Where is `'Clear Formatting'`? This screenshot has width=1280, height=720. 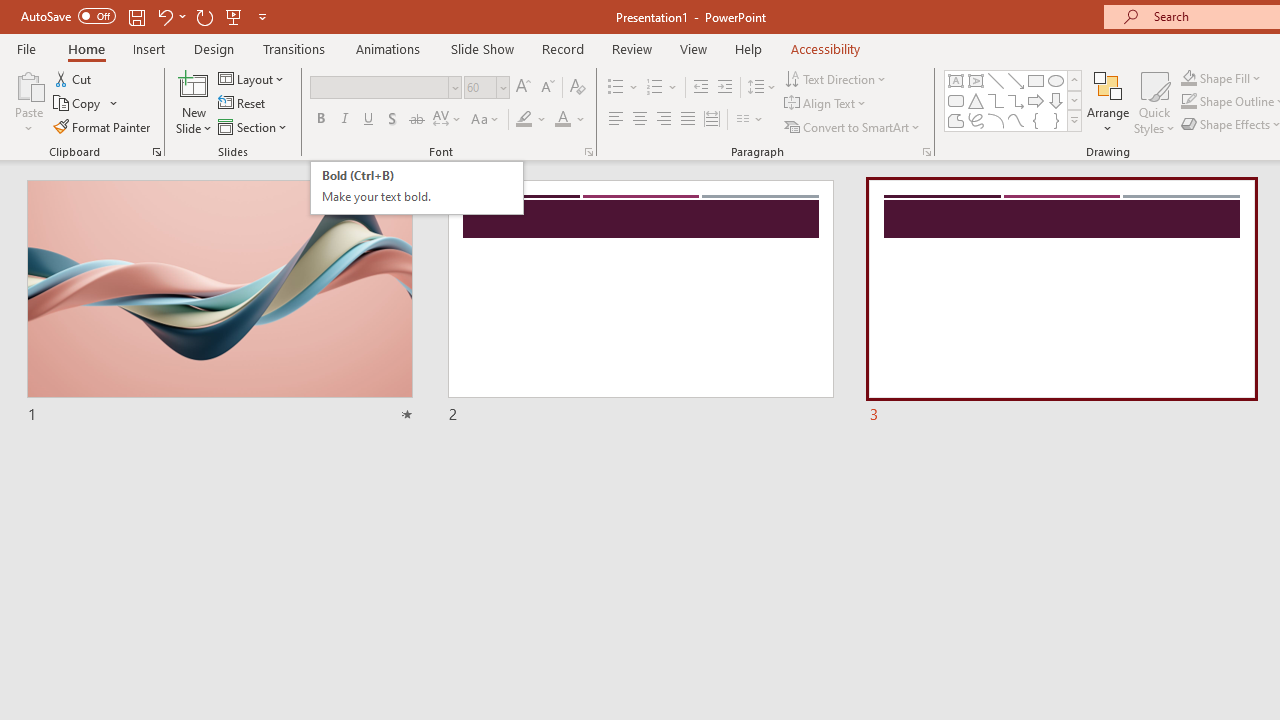 'Clear Formatting' is located at coordinates (576, 86).